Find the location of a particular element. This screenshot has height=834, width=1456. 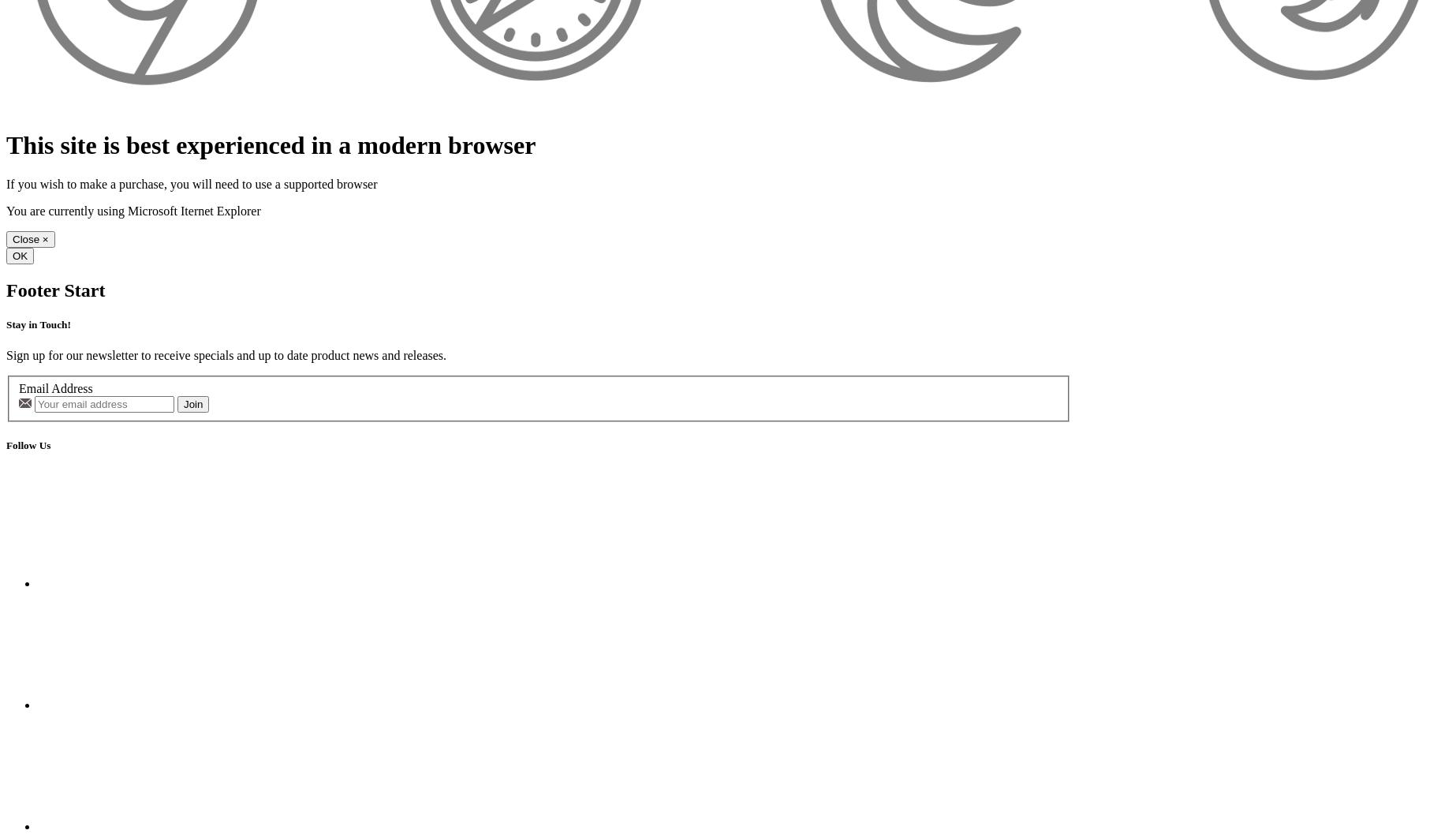

'You are currently using Microsoft Iternet Explorer' is located at coordinates (133, 209).